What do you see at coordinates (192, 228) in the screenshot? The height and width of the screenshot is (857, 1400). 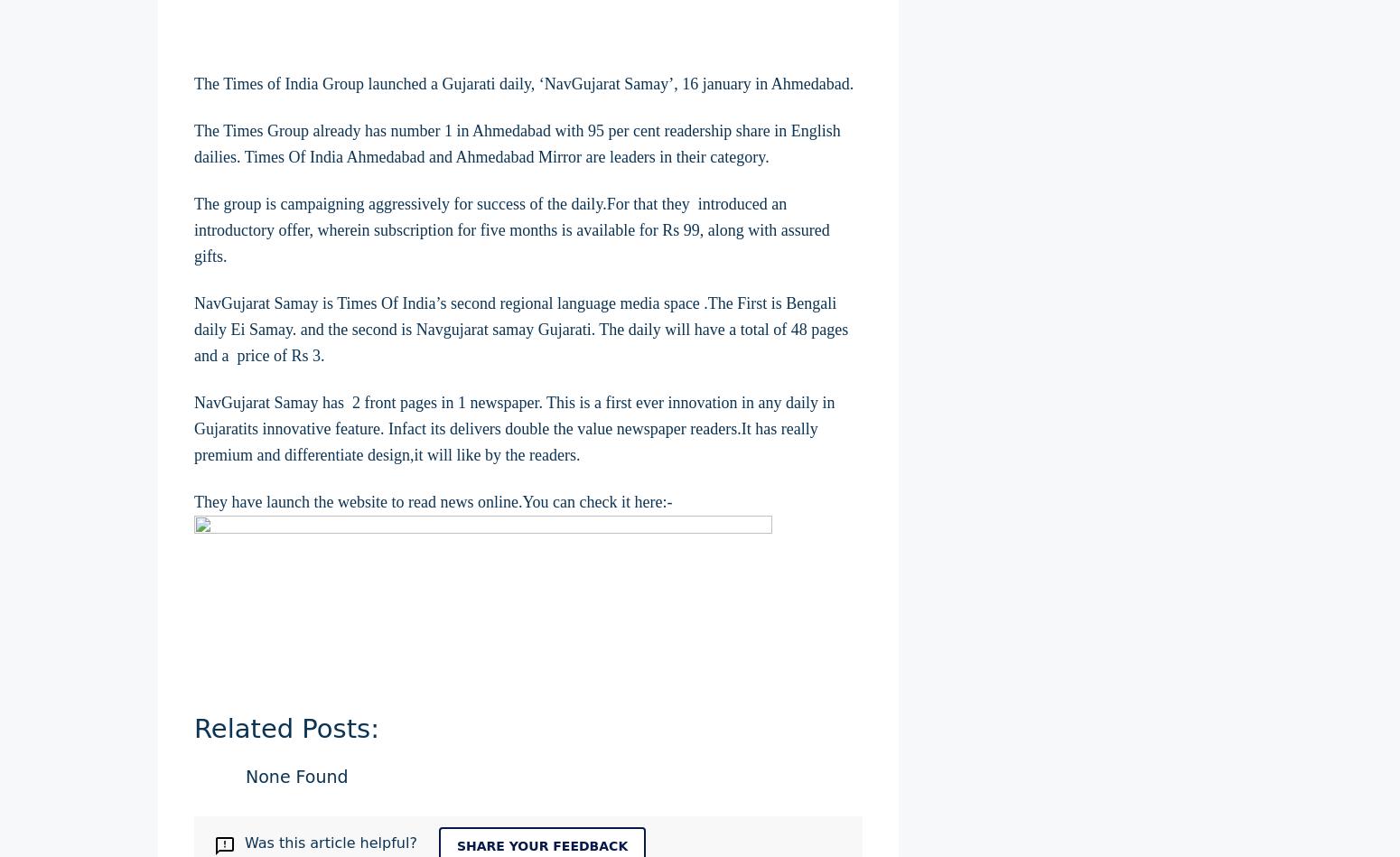 I see `'The group is campaigning aggressively for success of the daily.For that they  introduced an introductory offer, wherein subscription for five months is available for Rs 99, along with assured gifts.'` at bounding box center [192, 228].